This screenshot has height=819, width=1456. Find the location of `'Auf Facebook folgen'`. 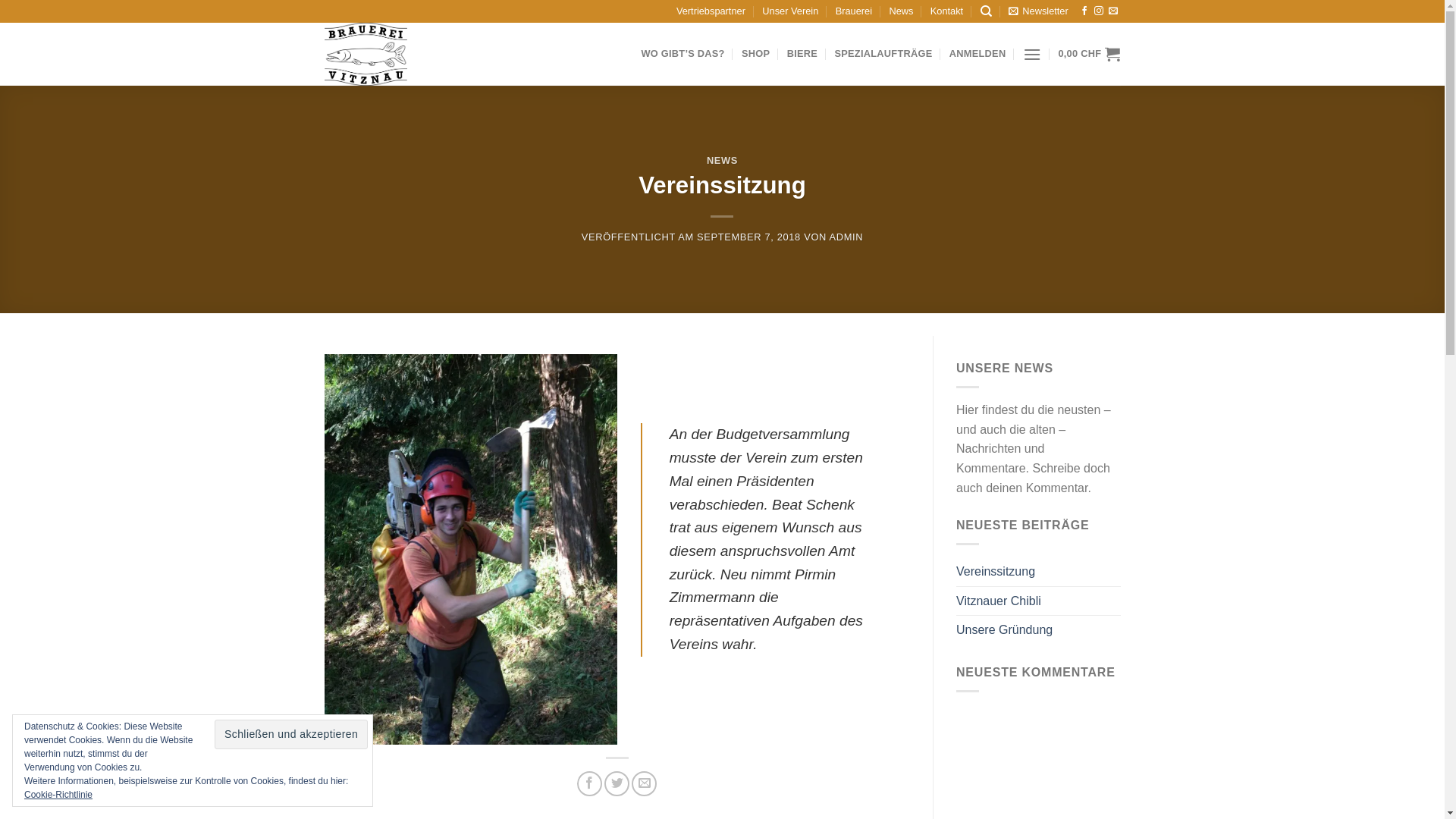

'Auf Facebook folgen' is located at coordinates (1079, 11).